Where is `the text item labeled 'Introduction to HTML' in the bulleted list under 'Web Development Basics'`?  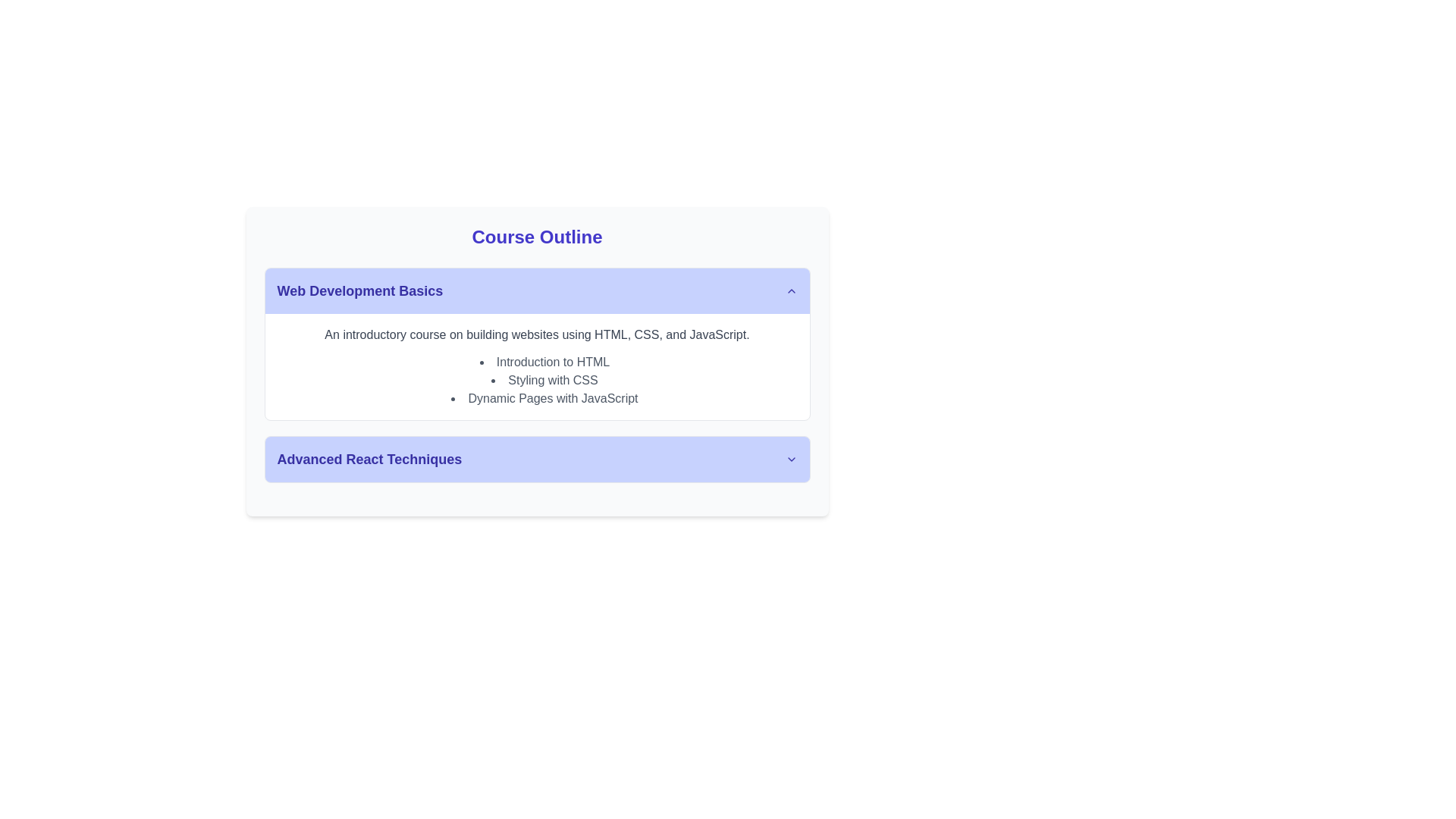
the text item labeled 'Introduction to HTML' in the bulleted list under 'Web Development Basics' is located at coordinates (544, 362).